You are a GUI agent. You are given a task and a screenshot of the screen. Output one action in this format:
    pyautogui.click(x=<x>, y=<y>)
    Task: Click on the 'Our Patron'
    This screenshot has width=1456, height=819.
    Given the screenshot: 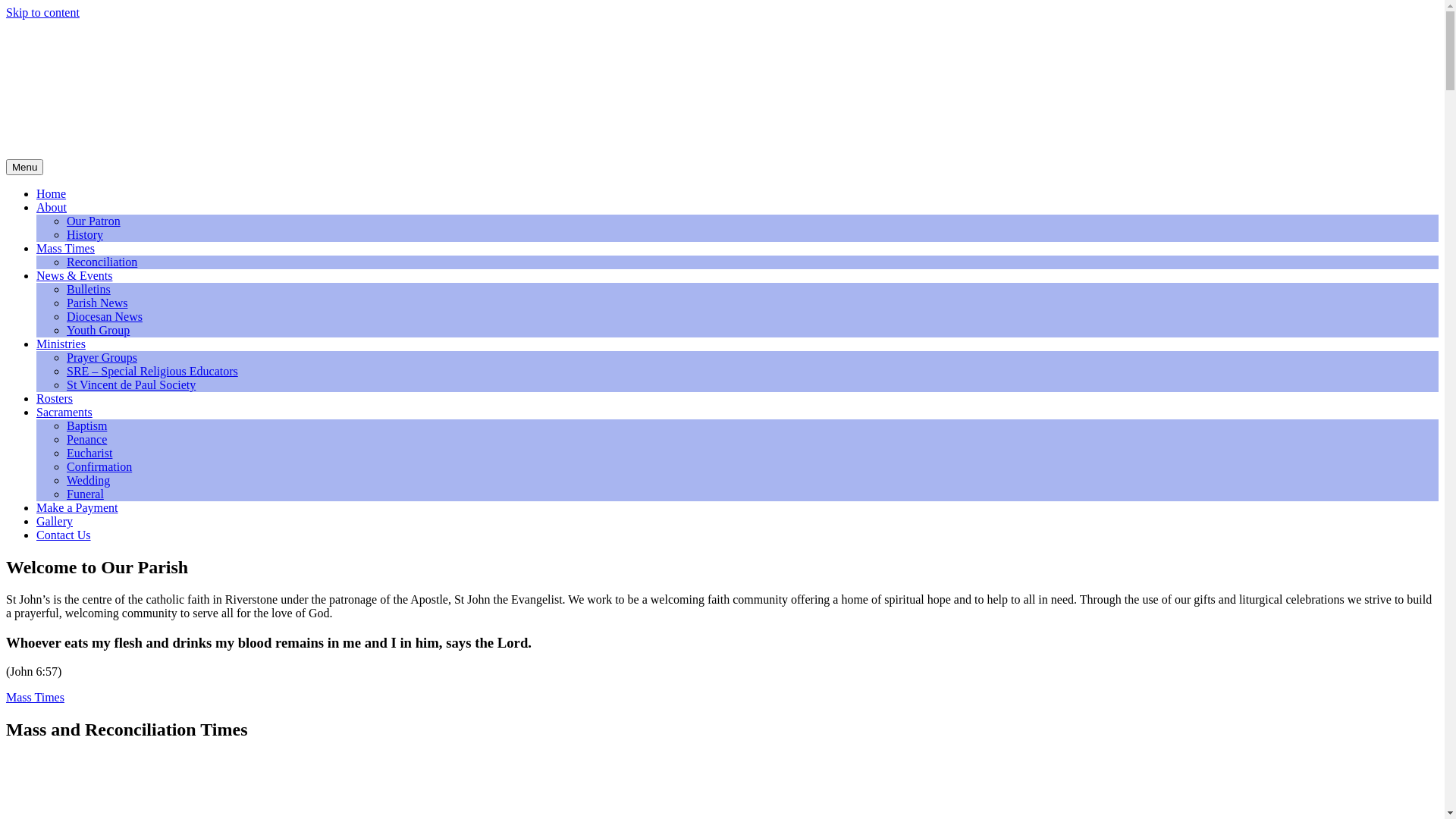 What is the action you would take?
    pyautogui.click(x=93, y=221)
    